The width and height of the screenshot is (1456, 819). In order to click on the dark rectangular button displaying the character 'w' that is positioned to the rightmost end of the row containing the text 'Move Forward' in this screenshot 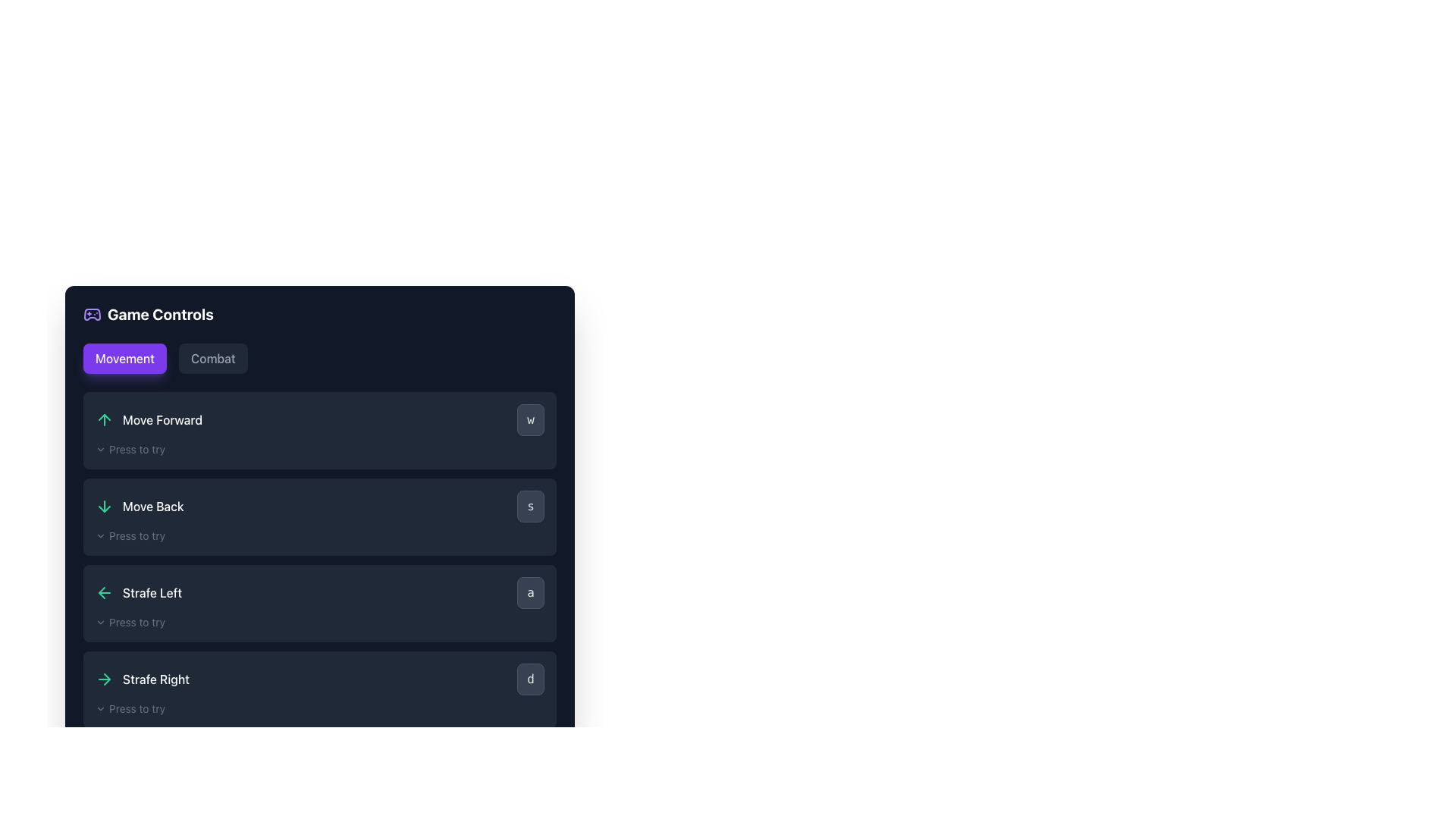, I will do `click(531, 420)`.